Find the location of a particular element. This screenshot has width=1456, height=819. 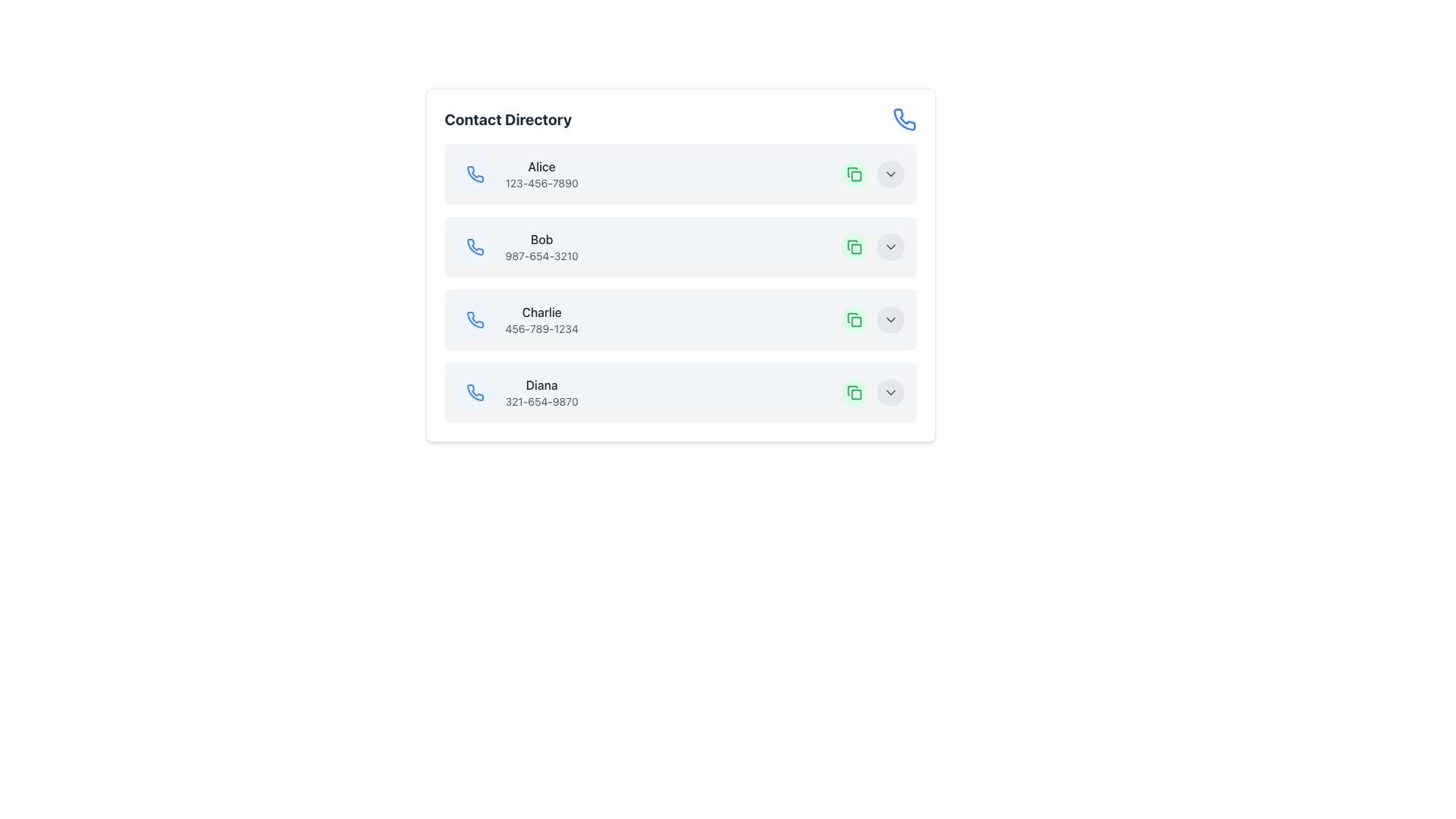

the text label displaying 'Charlie' which is located above the phone number '456-789-1234' in the contact entry section of the directory interface is located at coordinates (541, 312).